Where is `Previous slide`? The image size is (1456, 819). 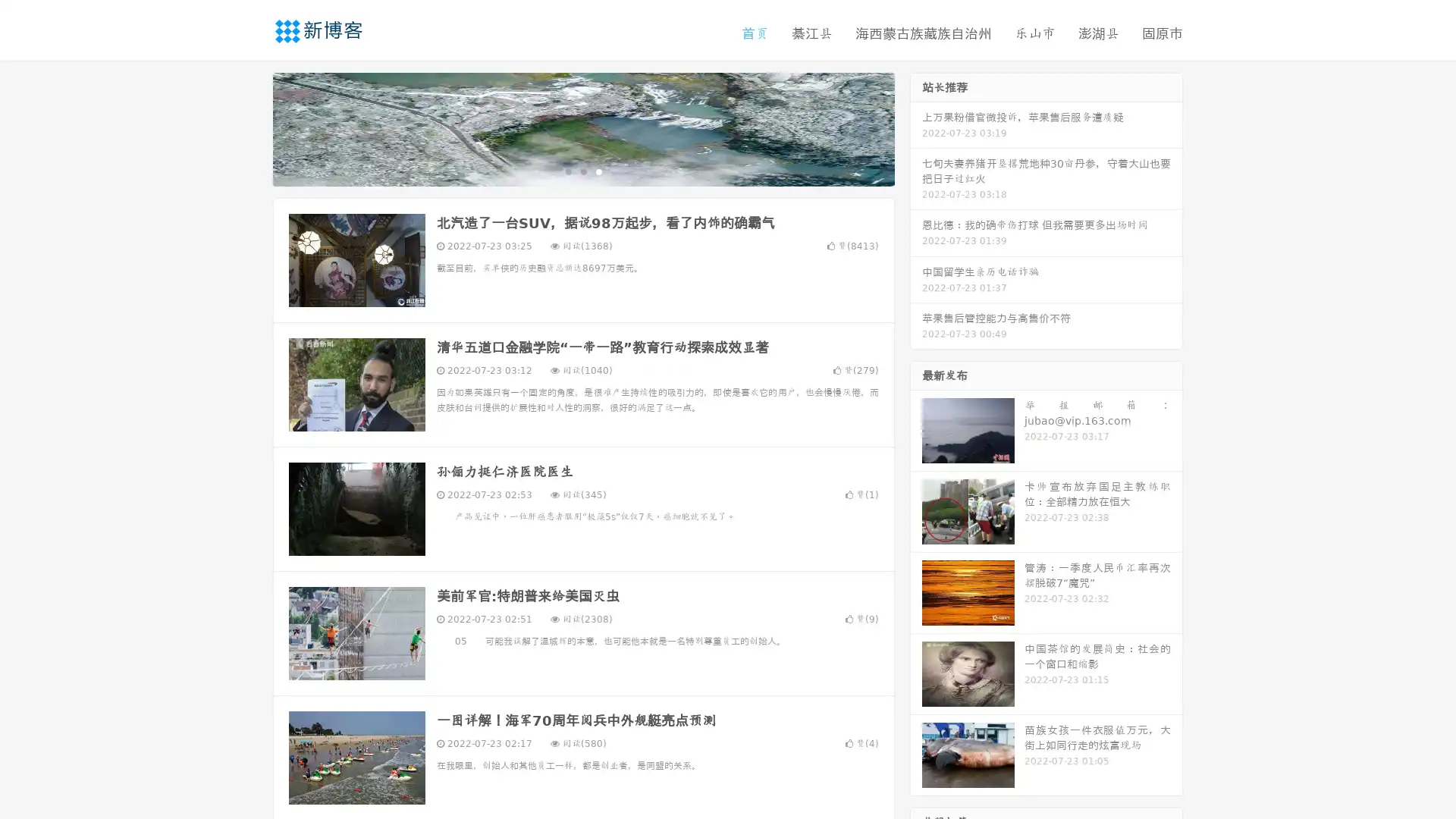 Previous slide is located at coordinates (250, 127).